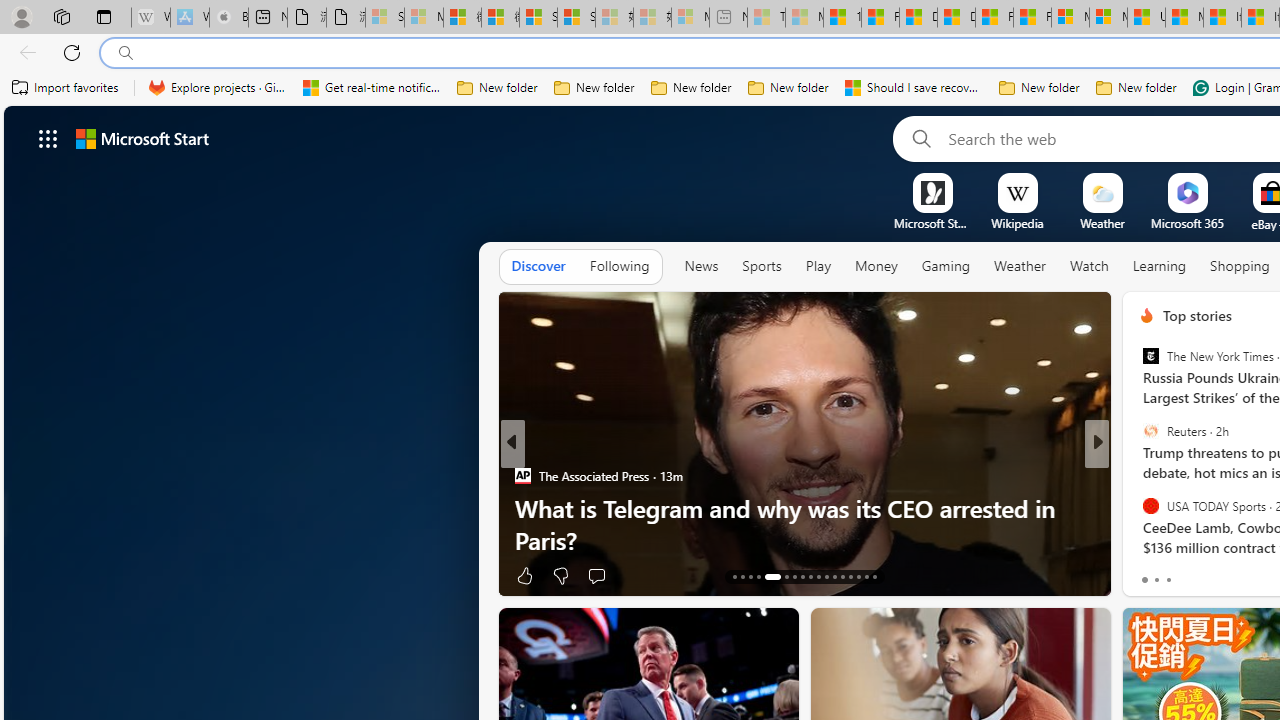 The height and width of the screenshot is (720, 1280). Describe the element at coordinates (817, 265) in the screenshot. I see `'Play'` at that location.